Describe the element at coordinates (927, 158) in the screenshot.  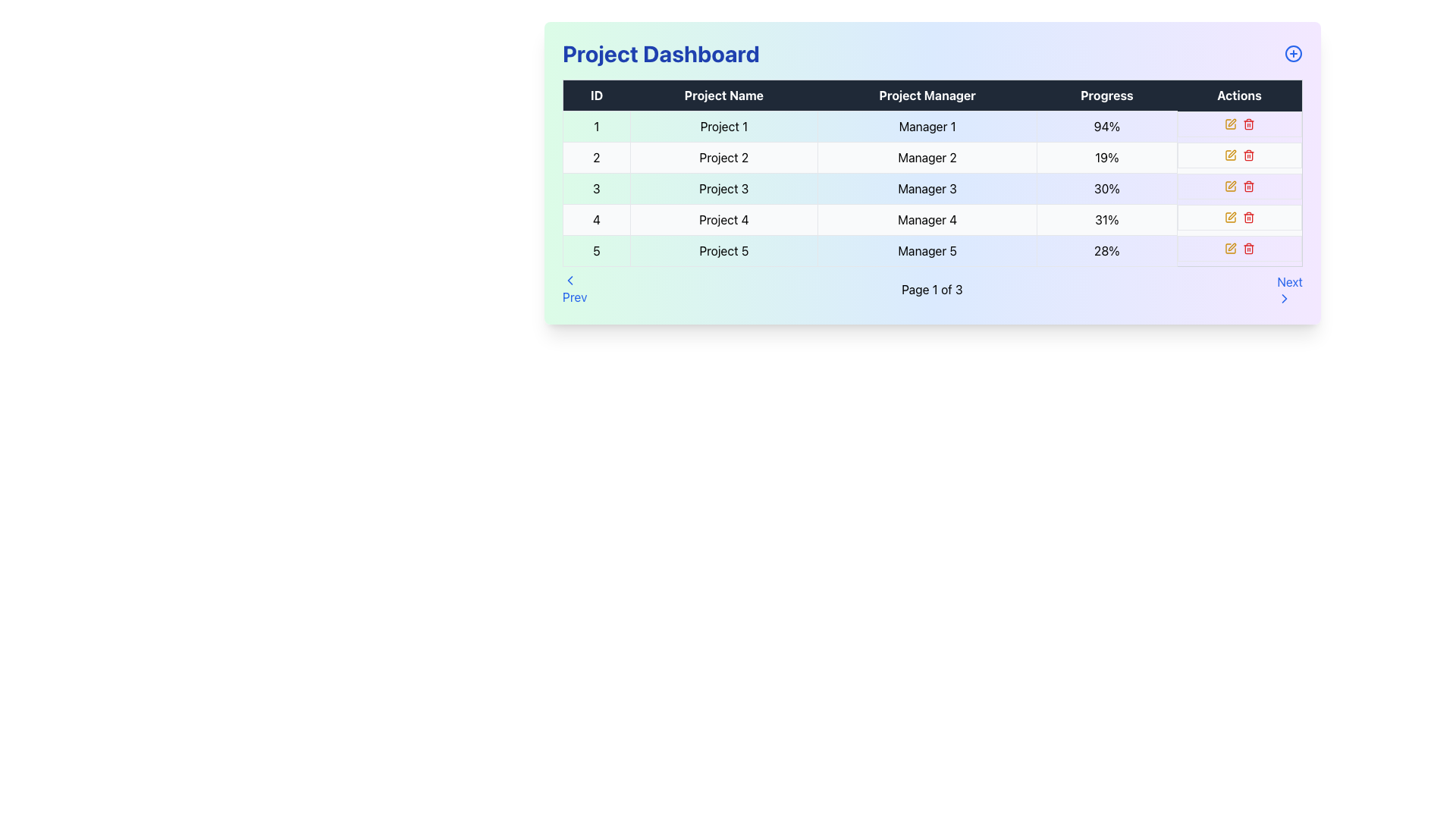
I see `the text label displaying 'Manager 2' located in the third column of the second row under the header 'Project Manager'` at that location.